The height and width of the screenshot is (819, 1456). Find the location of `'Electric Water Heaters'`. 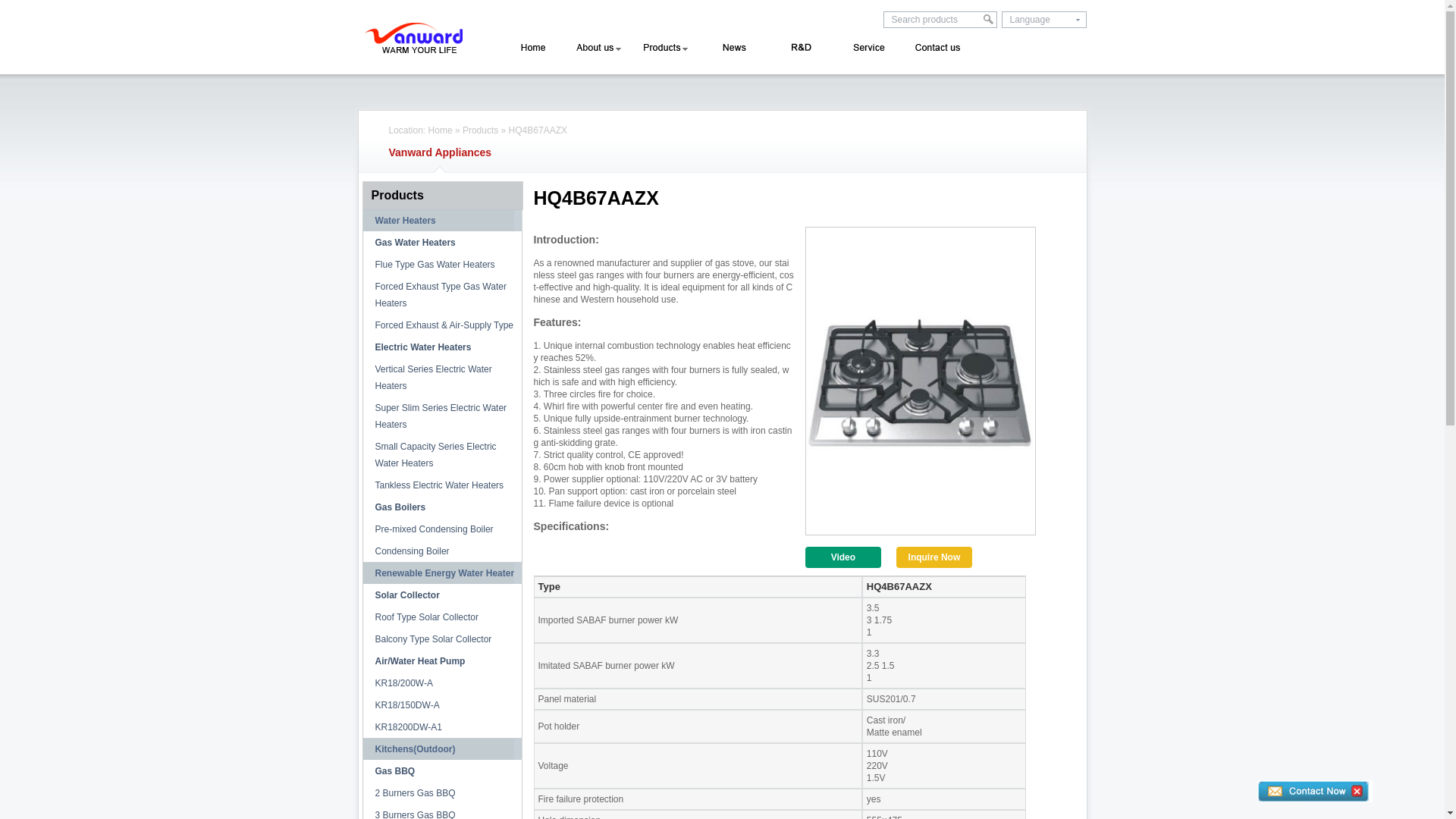

'Electric Water Heaters' is located at coordinates (441, 347).